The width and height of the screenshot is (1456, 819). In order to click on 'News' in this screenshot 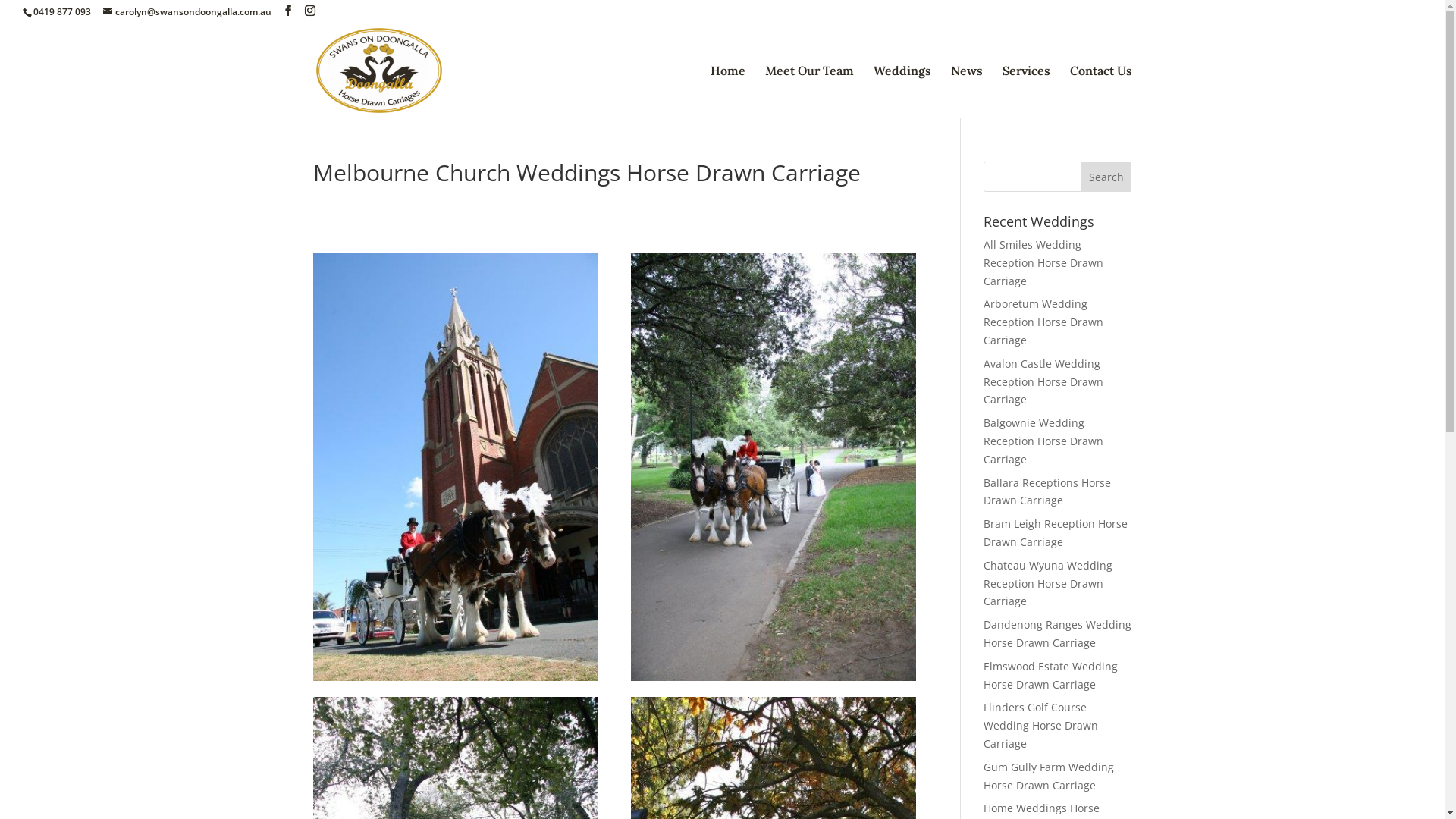, I will do `click(966, 91)`.